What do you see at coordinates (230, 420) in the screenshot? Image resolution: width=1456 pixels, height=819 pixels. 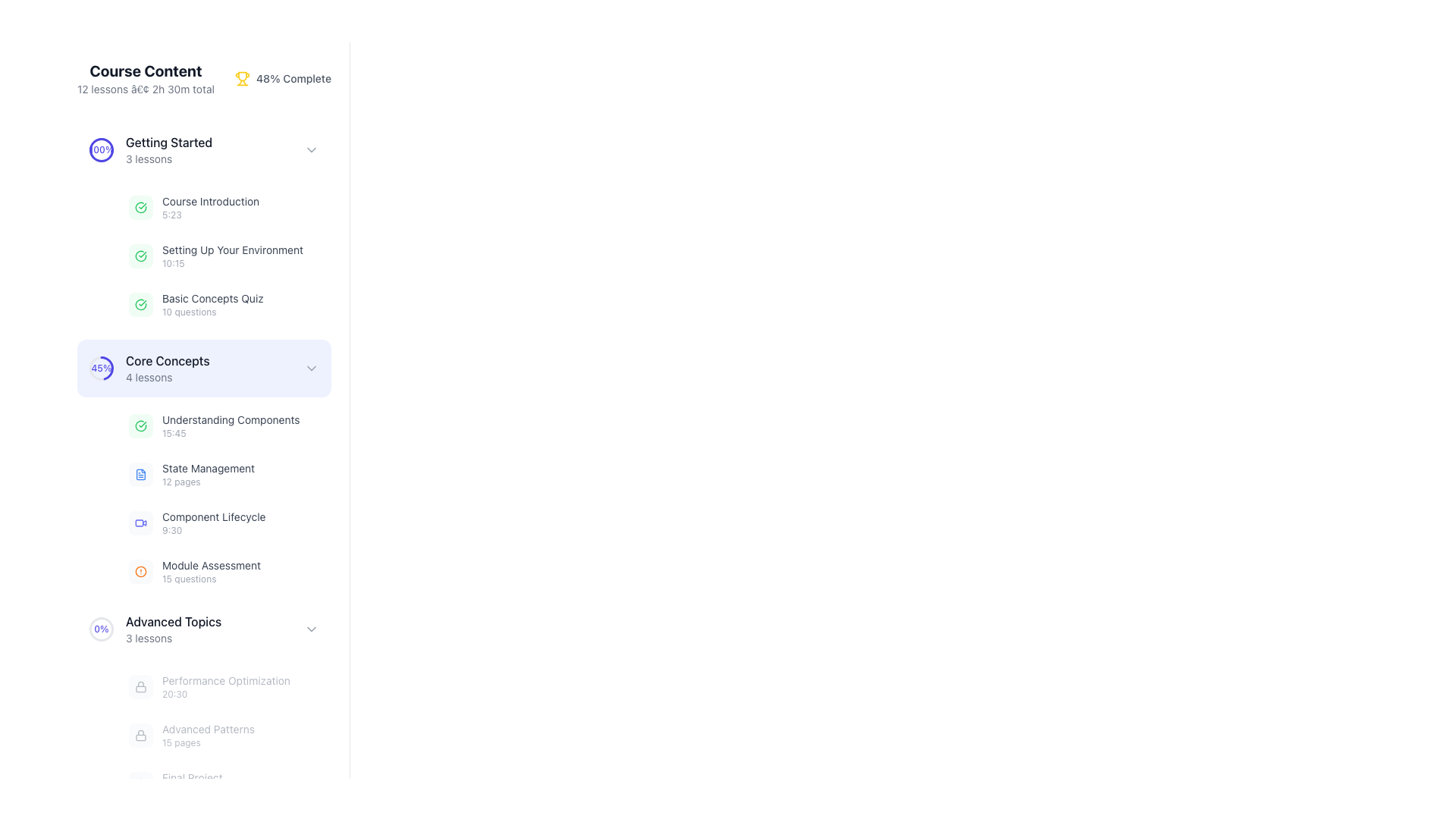 I see `the static text label displaying 'Understanding Components' which is located above the text '15:45' in the 'Core Concepts' section` at bounding box center [230, 420].